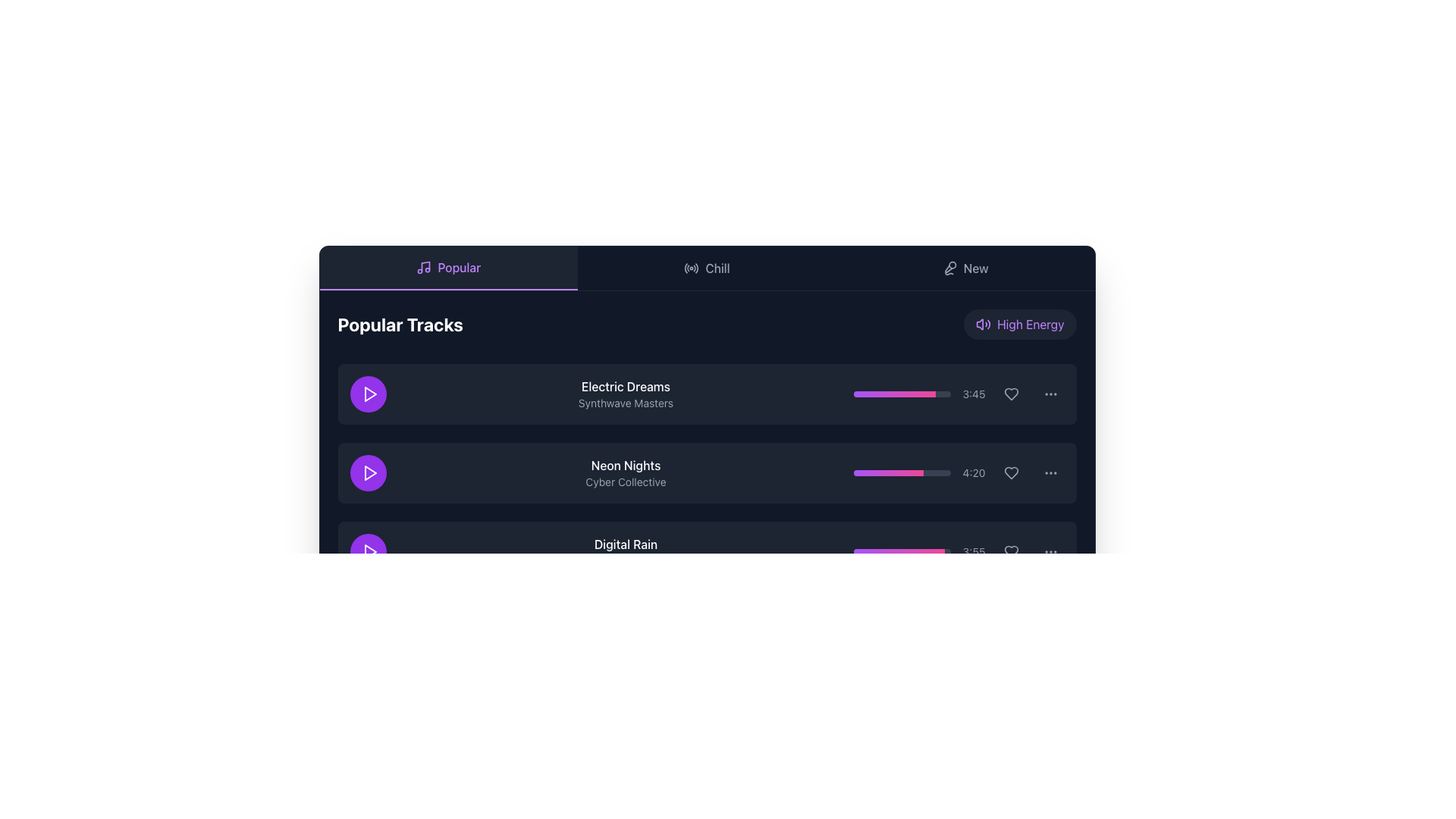 Image resolution: width=1456 pixels, height=819 pixels. What do you see at coordinates (899, 552) in the screenshot?
I see `the visual state of the progress indicator for the track 'Digital Rain' located inside the progress bar below the track title` at bounding box center [899, 552].